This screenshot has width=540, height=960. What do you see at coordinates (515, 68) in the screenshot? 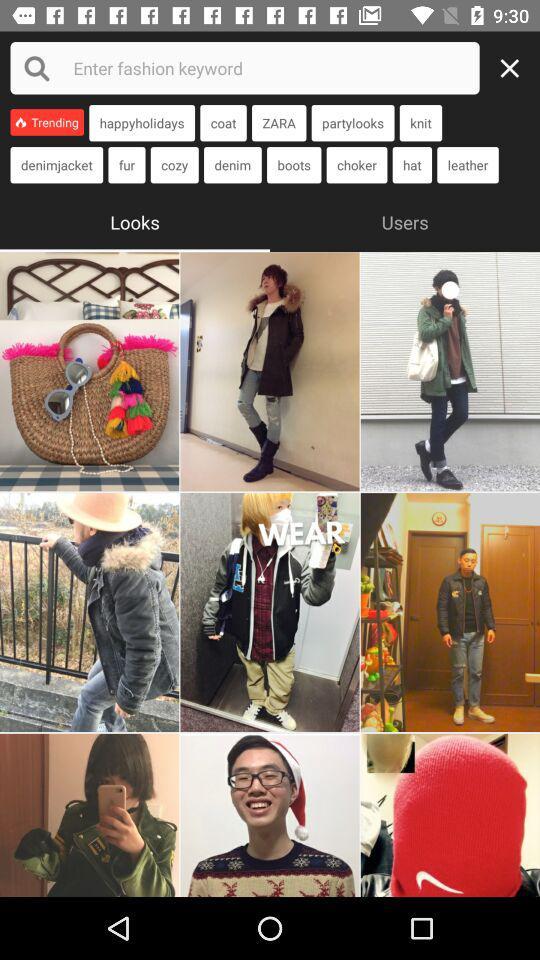
I see `restart your search` at bounding box center [515, 68].